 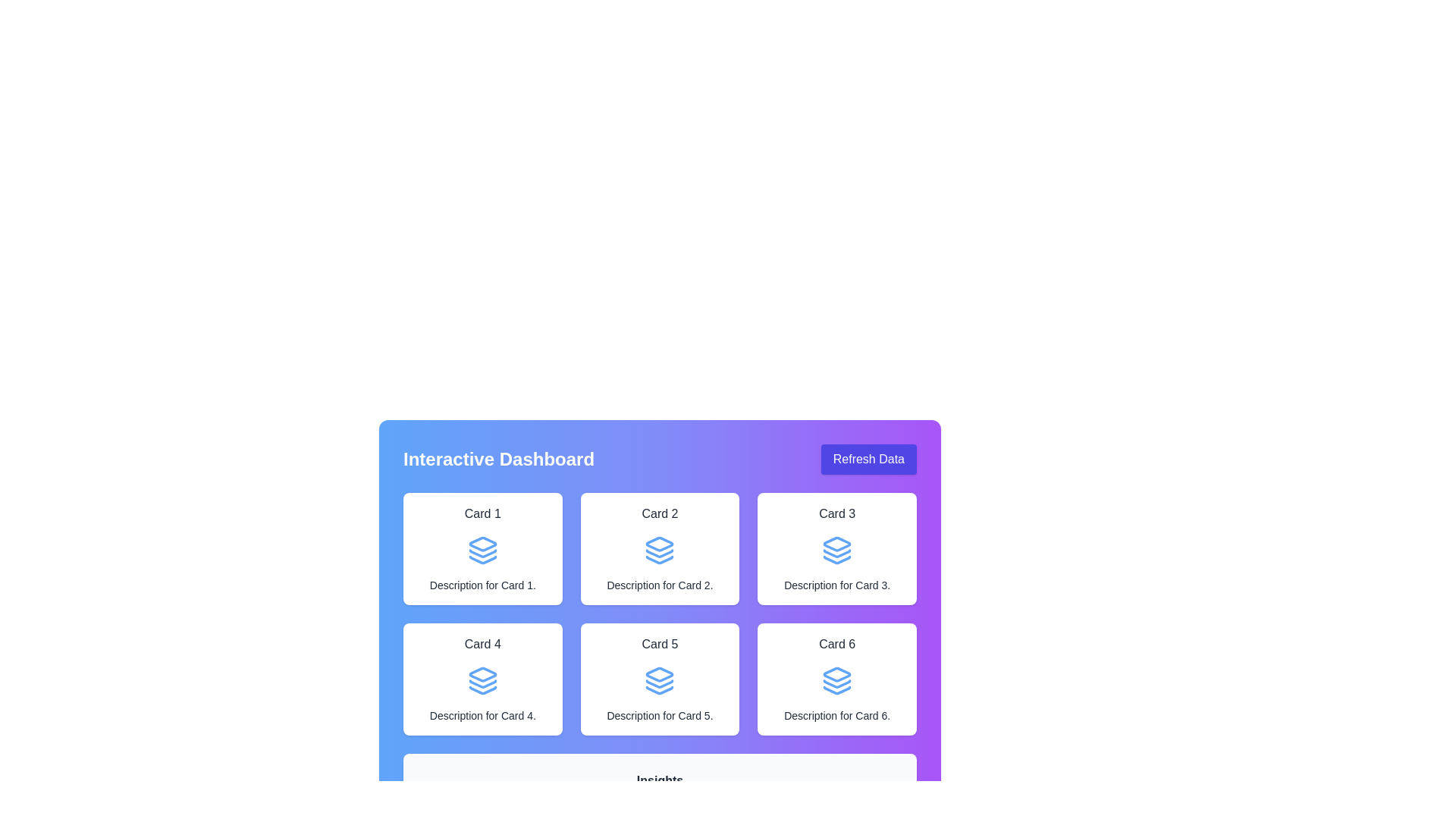 What do you see at coordinates (836, 560) in the screenshot?
I see `the blue outlined triangular stack icon located in 'Card 3' of the dashboard, which is the third icon in the first row of cards` at bounding box center [836, 560].